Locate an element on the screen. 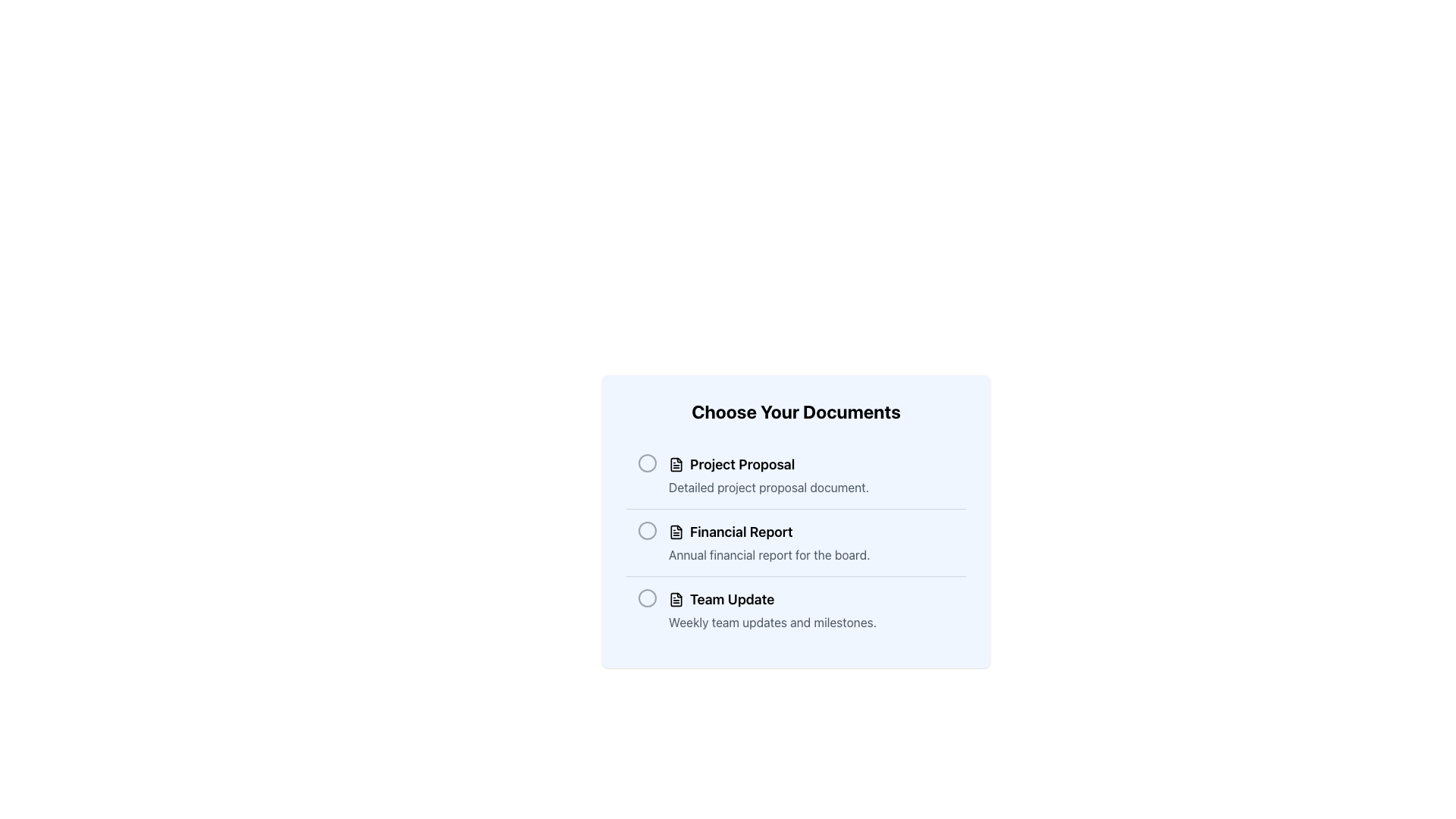 Image resolution: width=1456 pixels, height=819 pixels. the first selectable list item with a radio button labeled 'Project Proposal' under the heading 'Choose Your Documents' is located at coordinates (795, 475).